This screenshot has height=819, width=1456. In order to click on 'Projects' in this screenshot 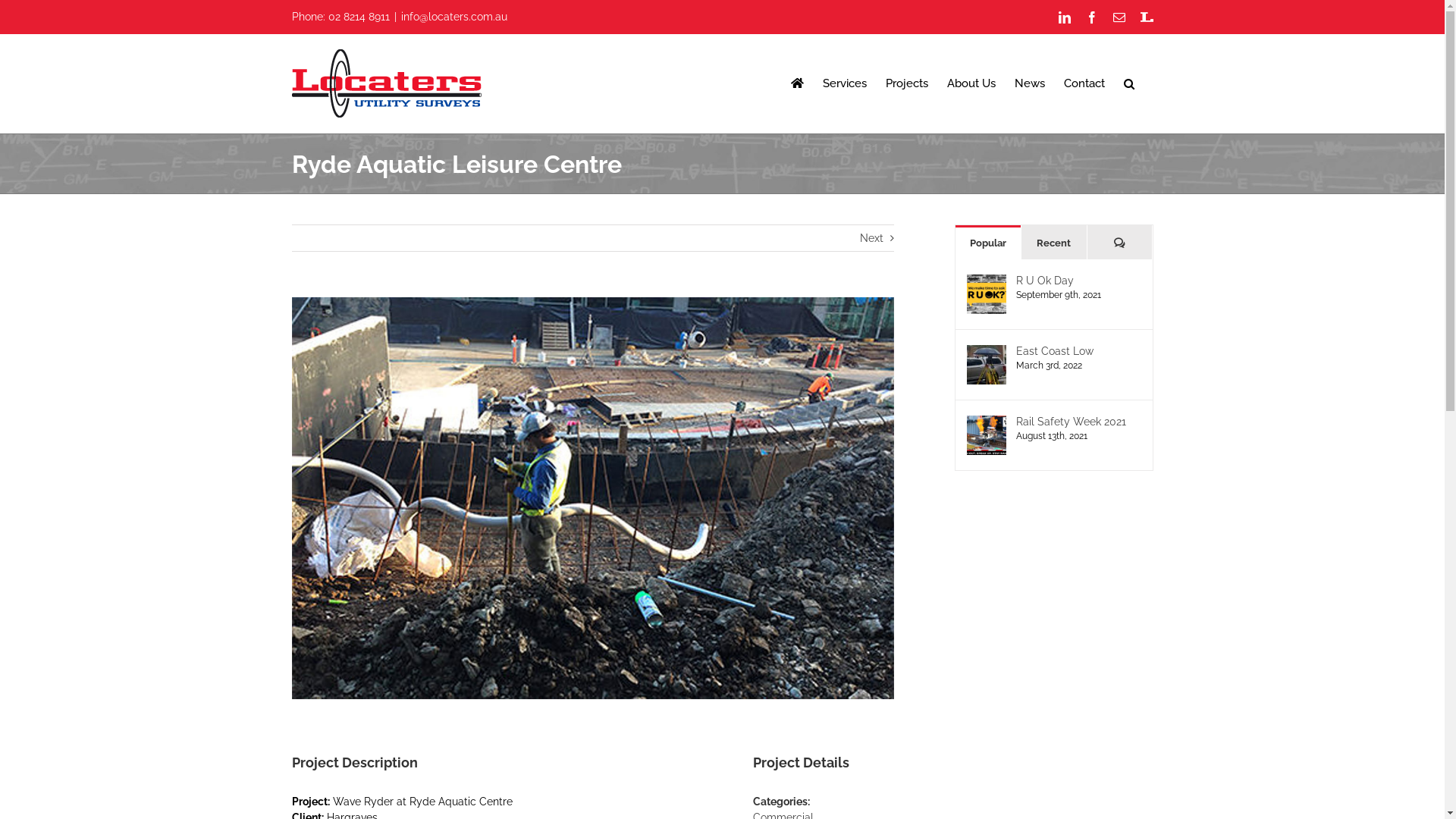, I will do `click(906, 83)`.